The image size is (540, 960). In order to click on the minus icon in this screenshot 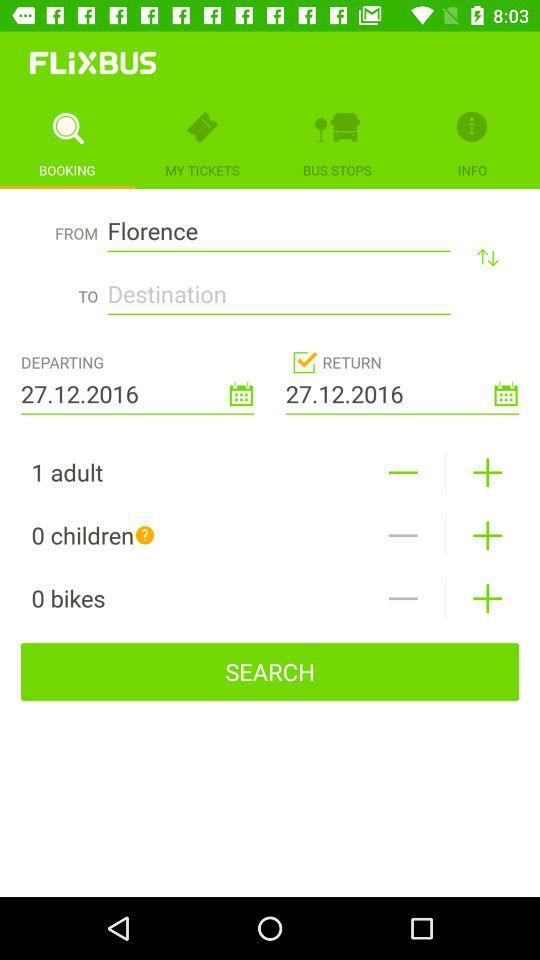, I will do `click(403, 534)`.